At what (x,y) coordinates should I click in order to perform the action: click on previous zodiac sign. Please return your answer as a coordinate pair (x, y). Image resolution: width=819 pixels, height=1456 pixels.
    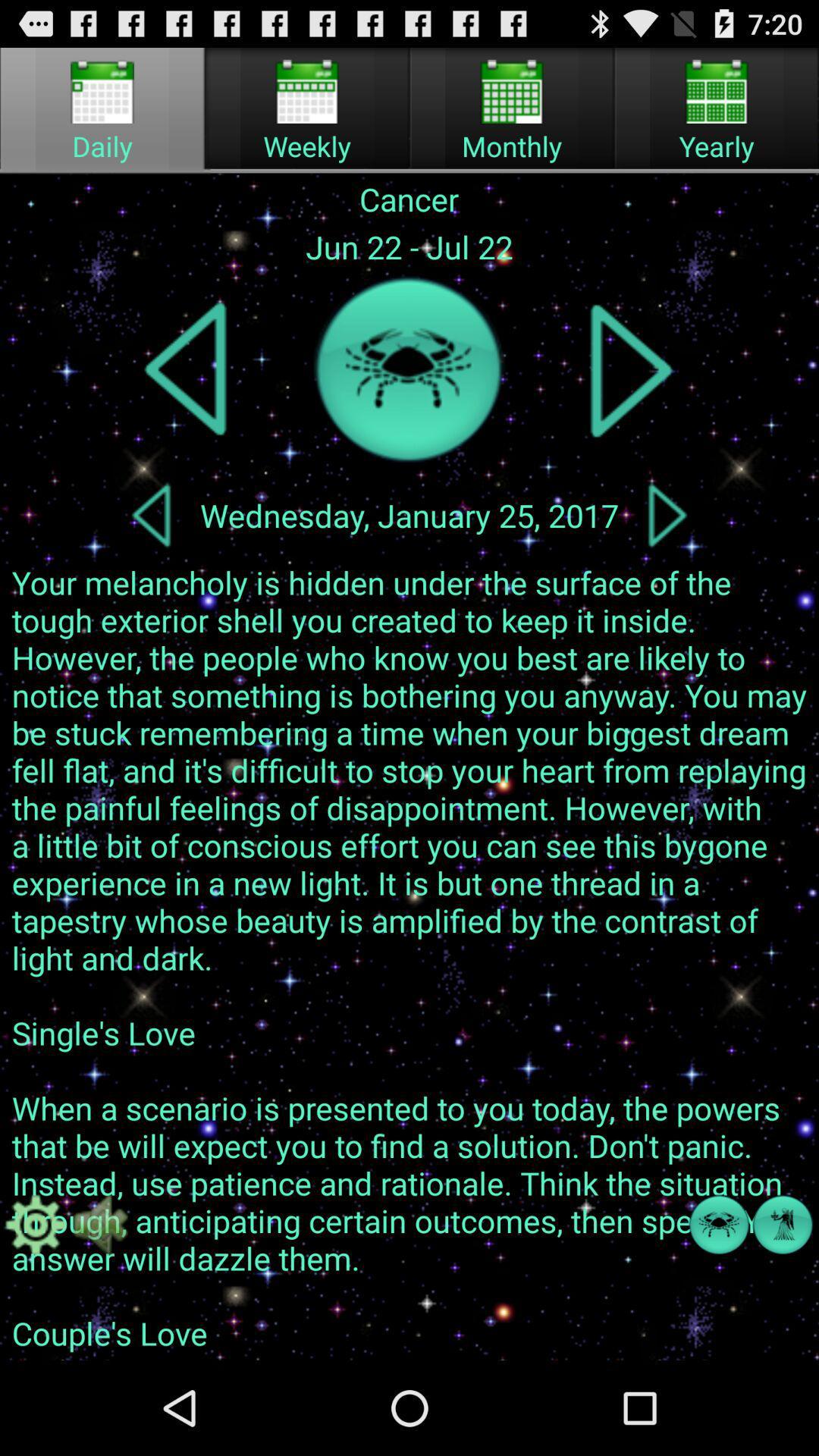
    Looking at the image, I should click on (187, 369).